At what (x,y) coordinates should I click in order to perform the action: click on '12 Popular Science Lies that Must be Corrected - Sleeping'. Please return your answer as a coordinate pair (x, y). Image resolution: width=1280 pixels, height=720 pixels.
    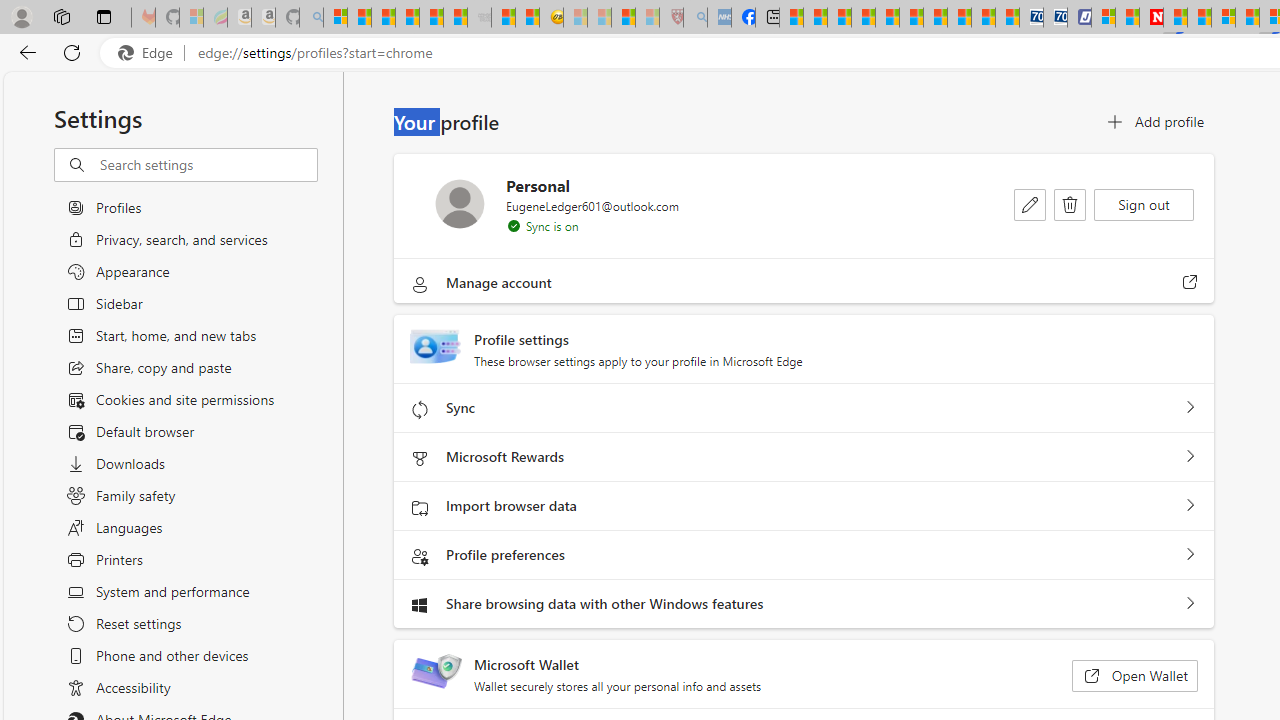
    Looking at the image, I should click on (647, 17).